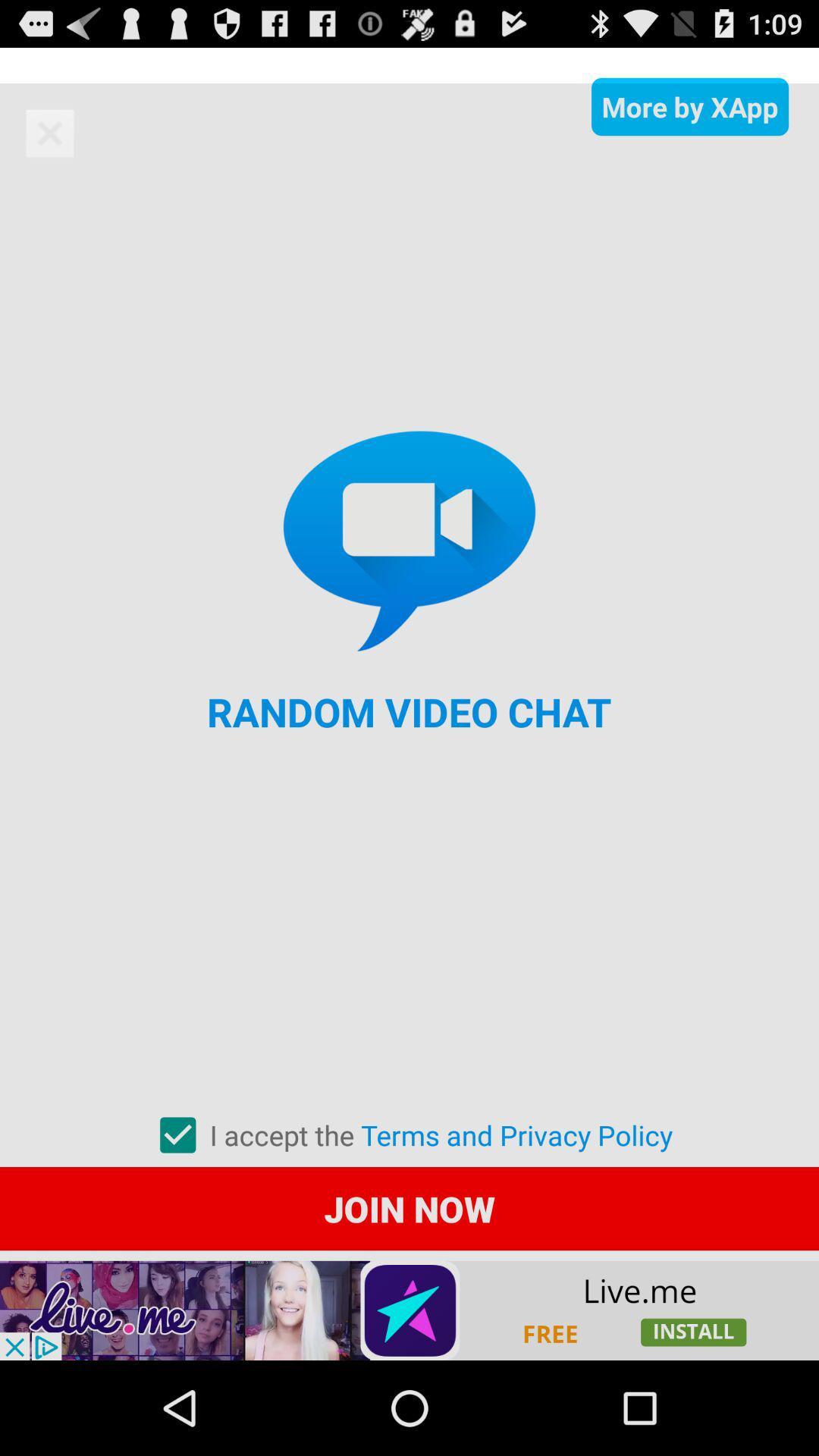 This screenshot has height=1456, width=819. I want to click on click button, so click(409, 1310).